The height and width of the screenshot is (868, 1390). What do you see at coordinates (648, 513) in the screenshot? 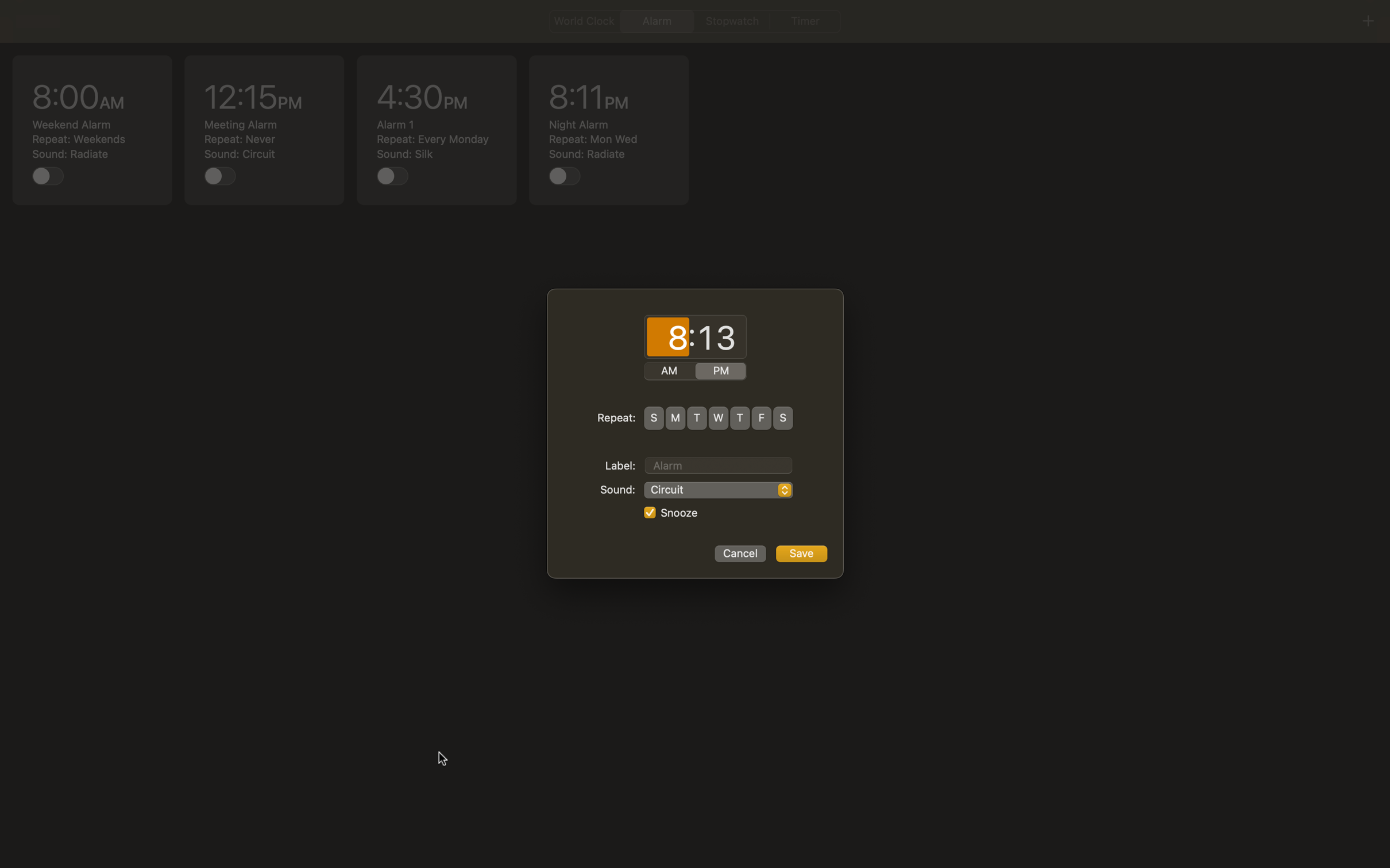
I see `Deactivate snooze feature` at bounding box center [648, 513].